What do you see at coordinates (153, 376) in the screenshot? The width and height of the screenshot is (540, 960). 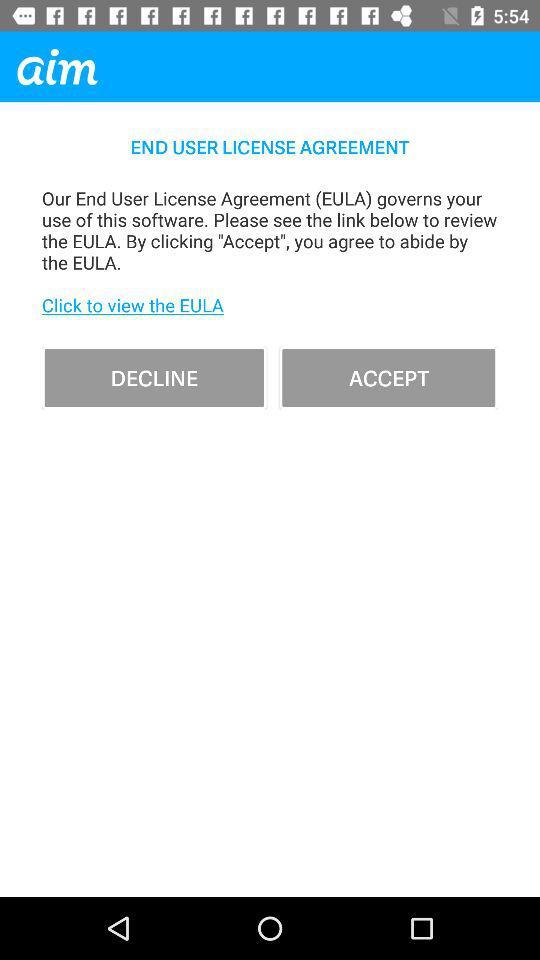 I see `the icon to the left of the accept button` at bounding box center [153, 376].